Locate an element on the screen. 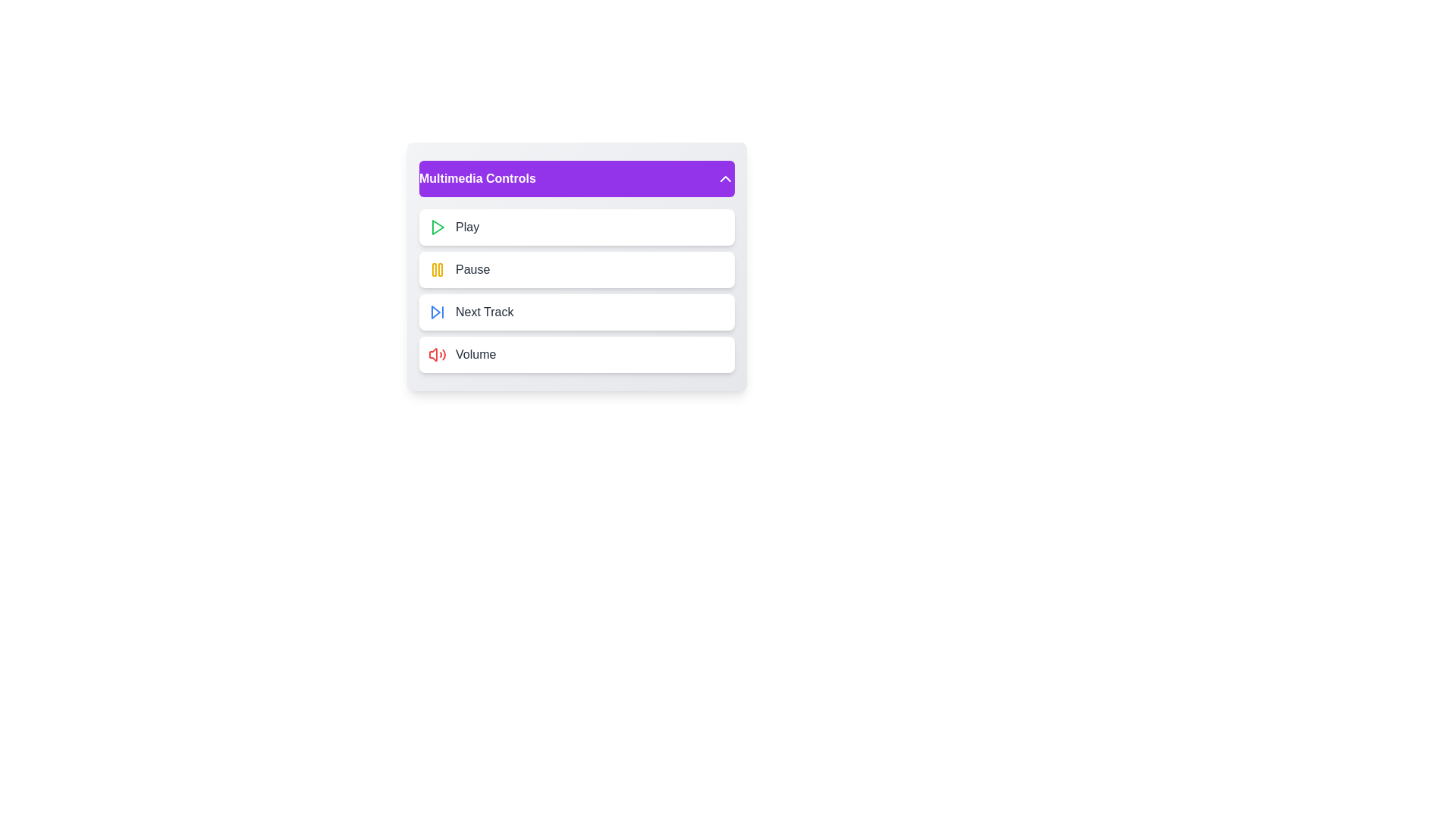  the chevron icon button located at the far right of the 'Multimedia Controls' header section is located at coordinates (724, 177).